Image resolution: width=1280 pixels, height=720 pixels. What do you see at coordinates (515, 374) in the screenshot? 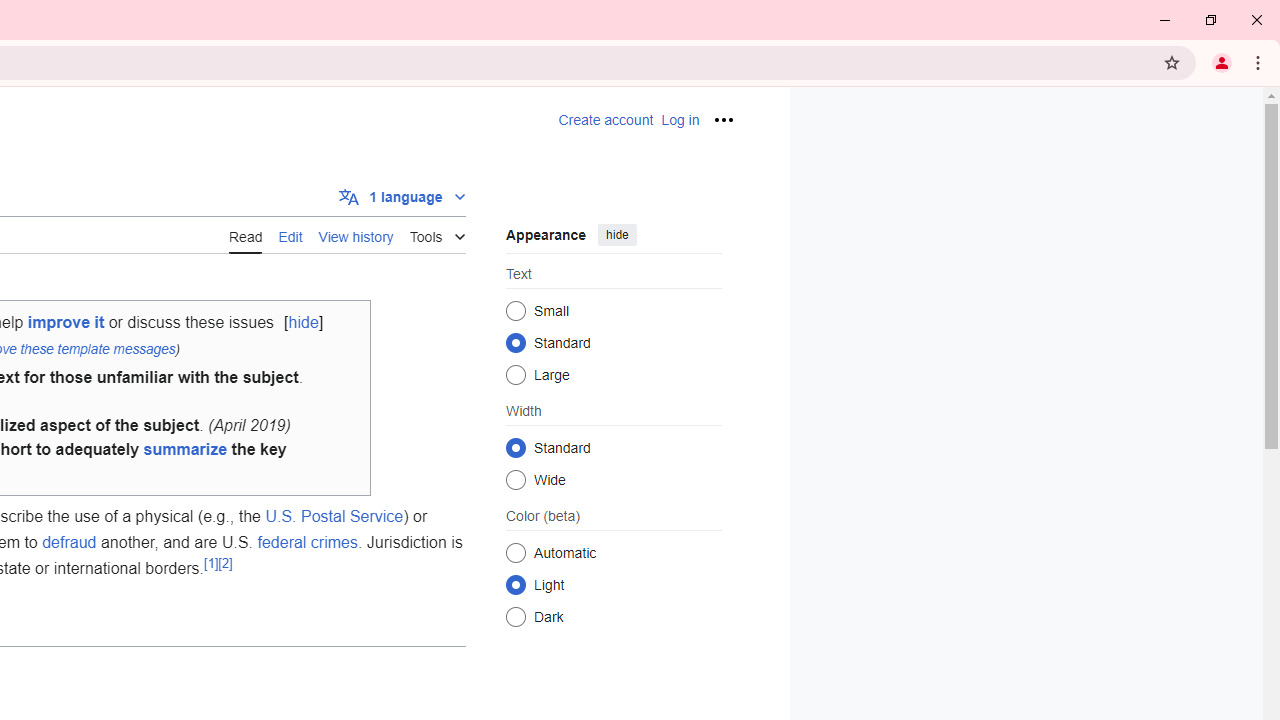
I see `'Large'` at bounding box center [515, 374].